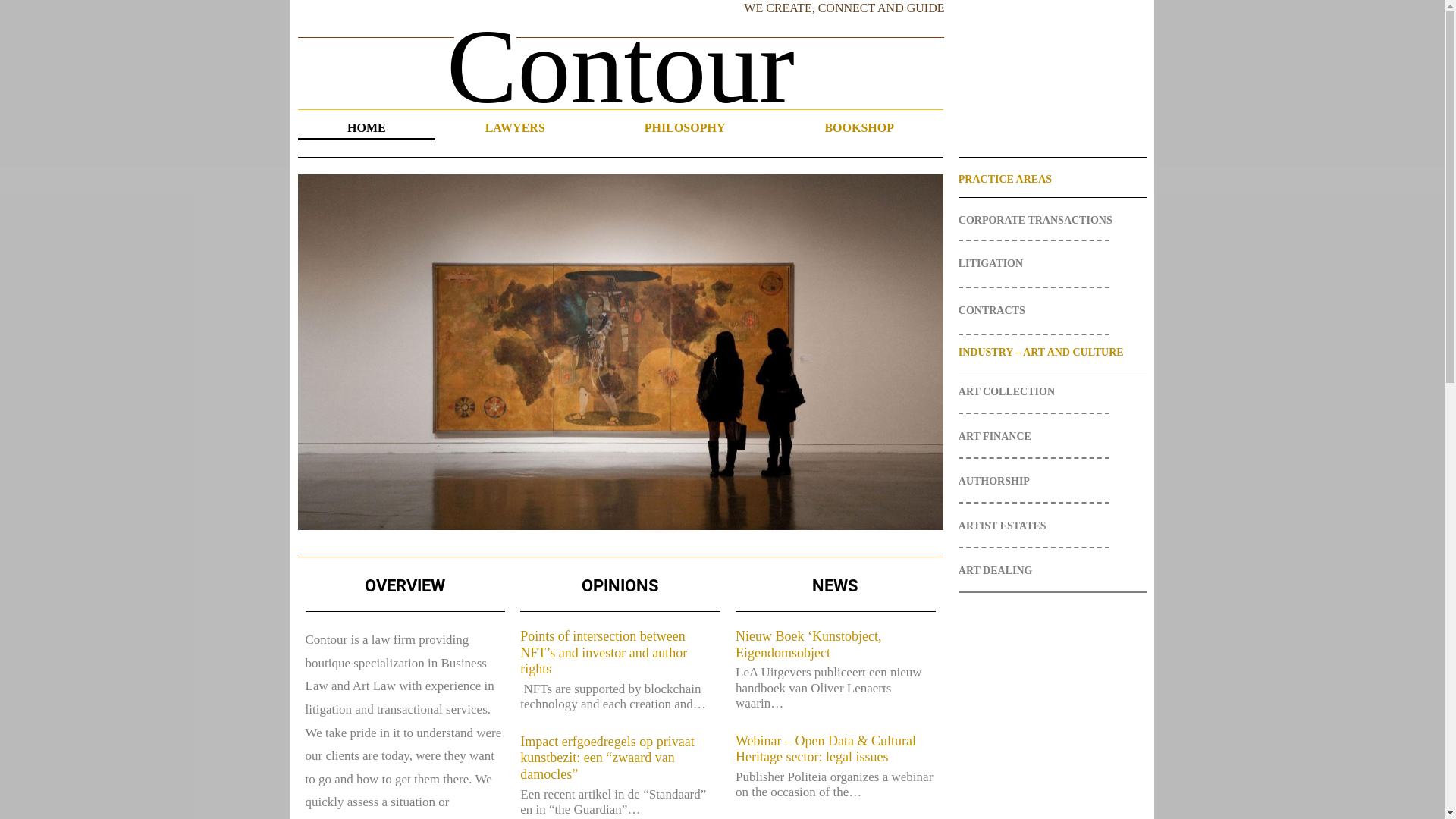  Describe the element at coordinates (1052, 482) in the screenshot. I see `'AUTHORSHIP'` at that location.